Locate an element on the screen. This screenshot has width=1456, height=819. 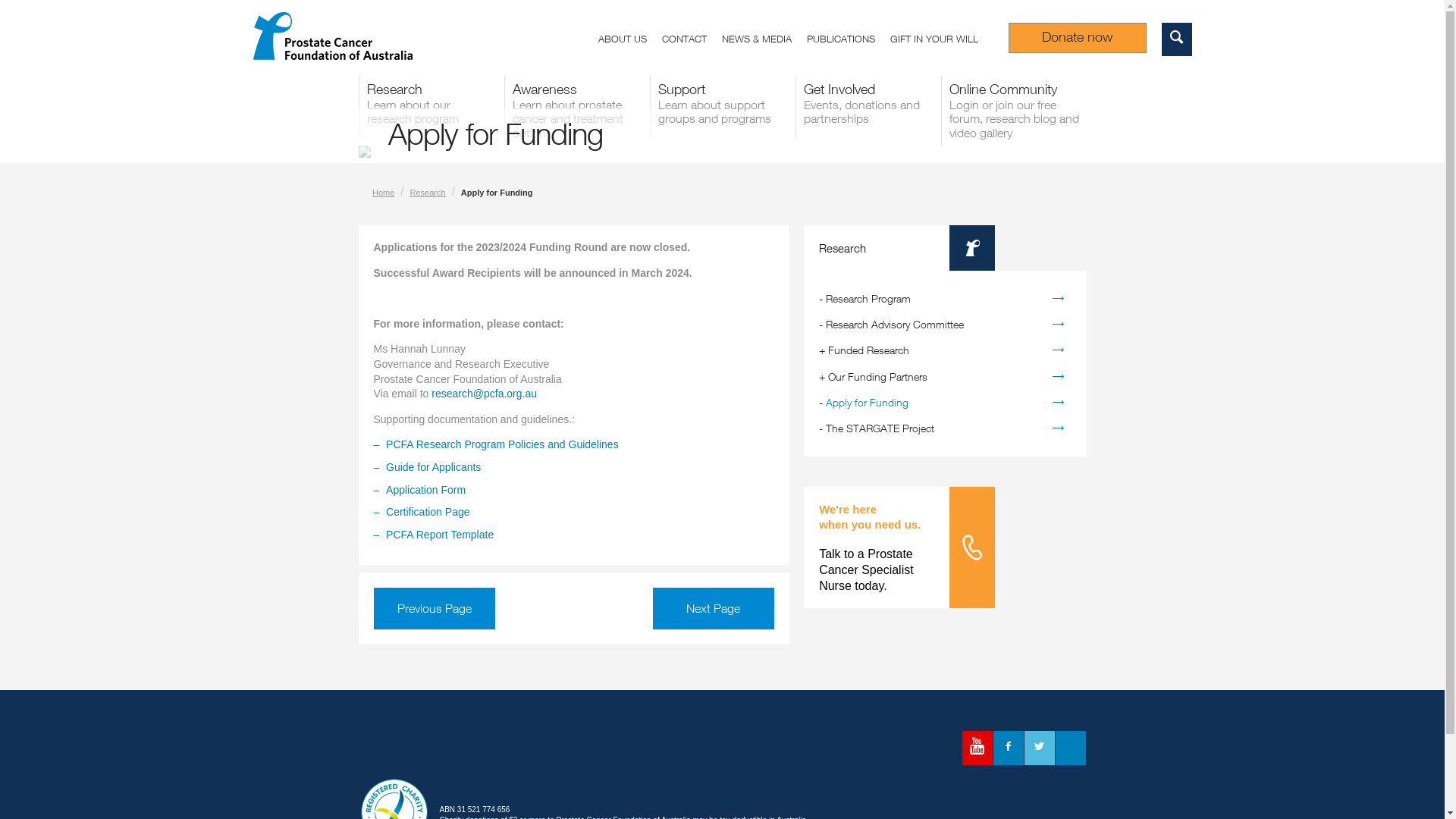
'- Apply for Funding' is located at coordinates (944, 402).